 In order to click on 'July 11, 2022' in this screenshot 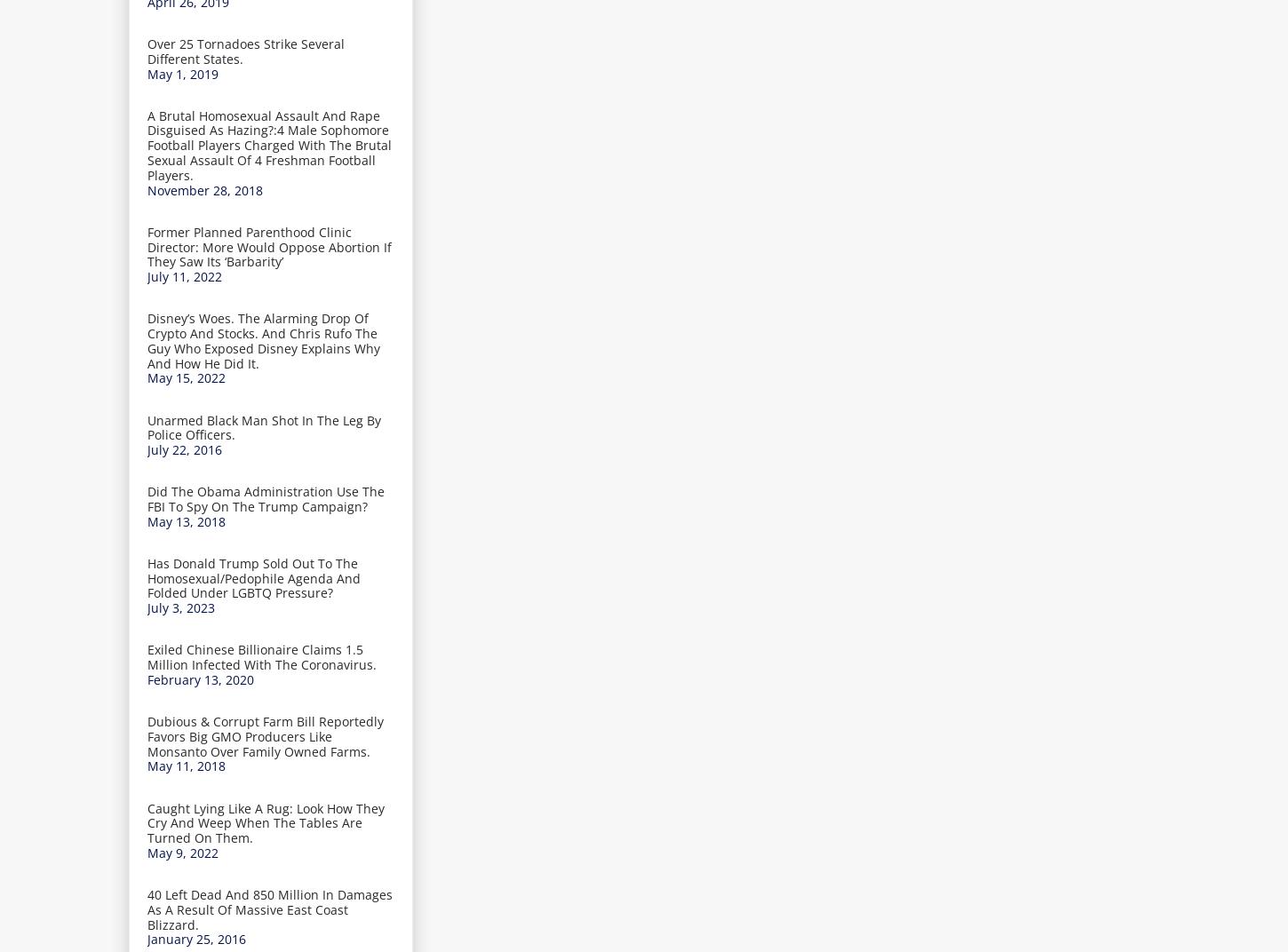, I will do `click(183, 275)`.